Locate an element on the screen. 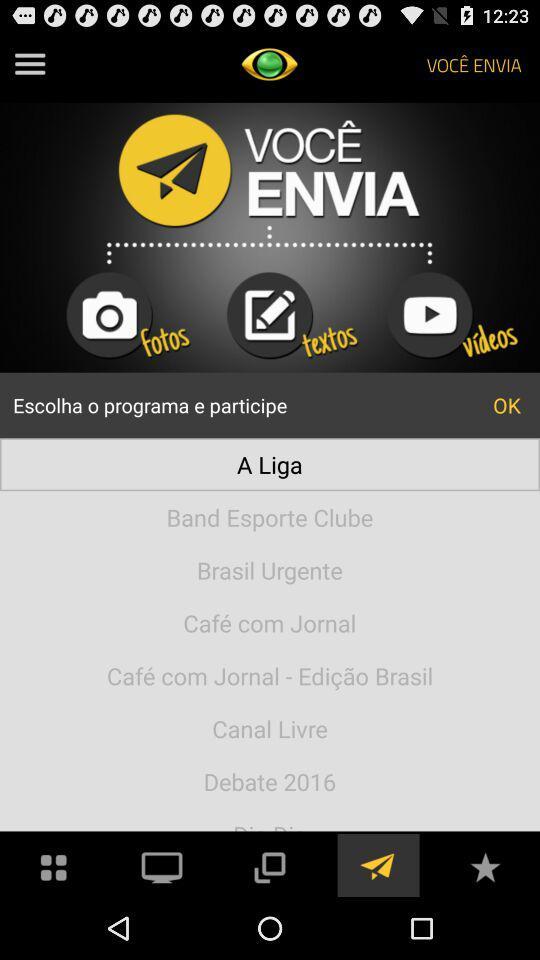  display menu options is located at coordinates (29, 64).